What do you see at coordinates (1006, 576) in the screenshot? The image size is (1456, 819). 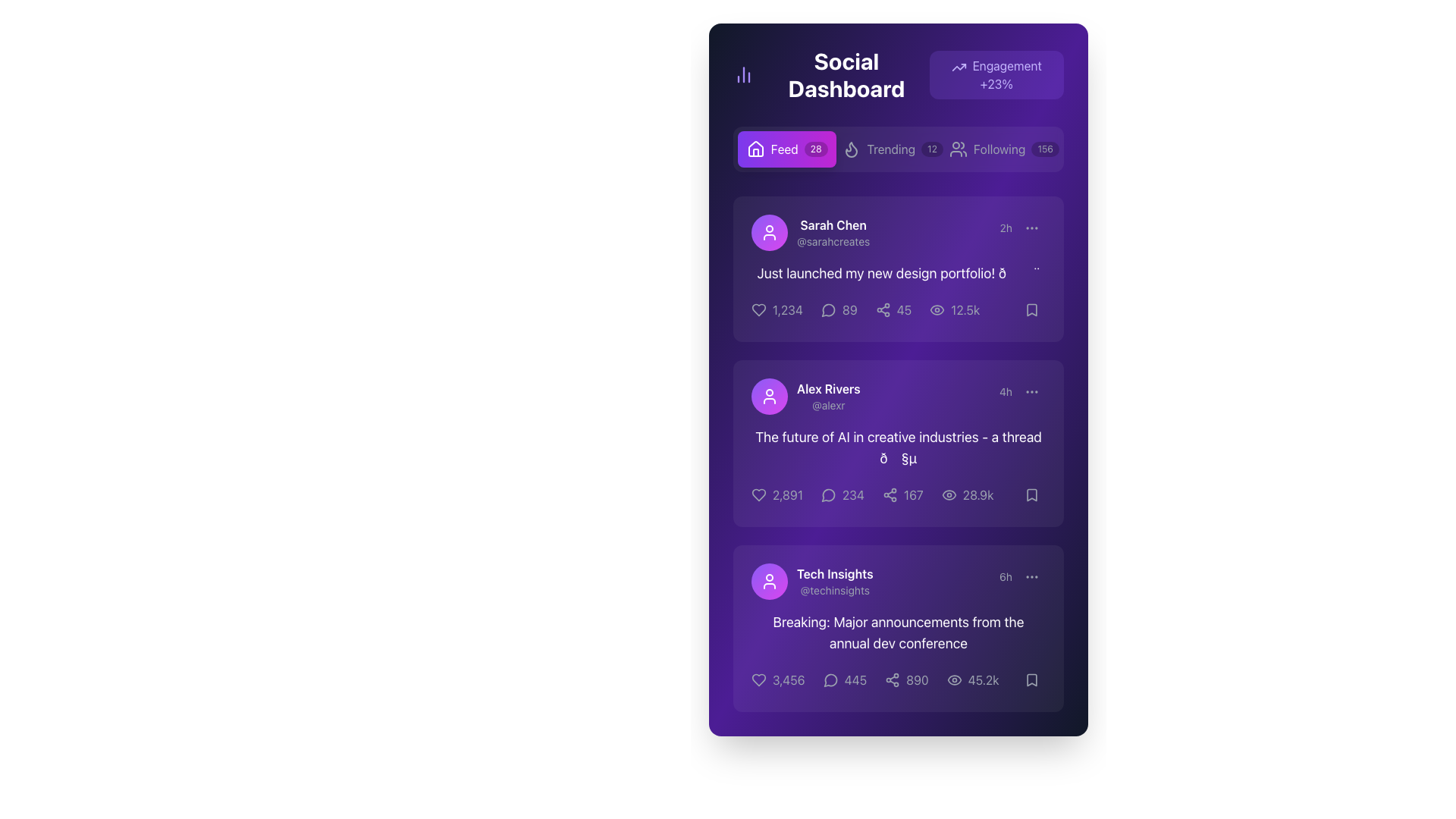 I see `the text label displaying '6h'` at bounding box center [1006, 576].